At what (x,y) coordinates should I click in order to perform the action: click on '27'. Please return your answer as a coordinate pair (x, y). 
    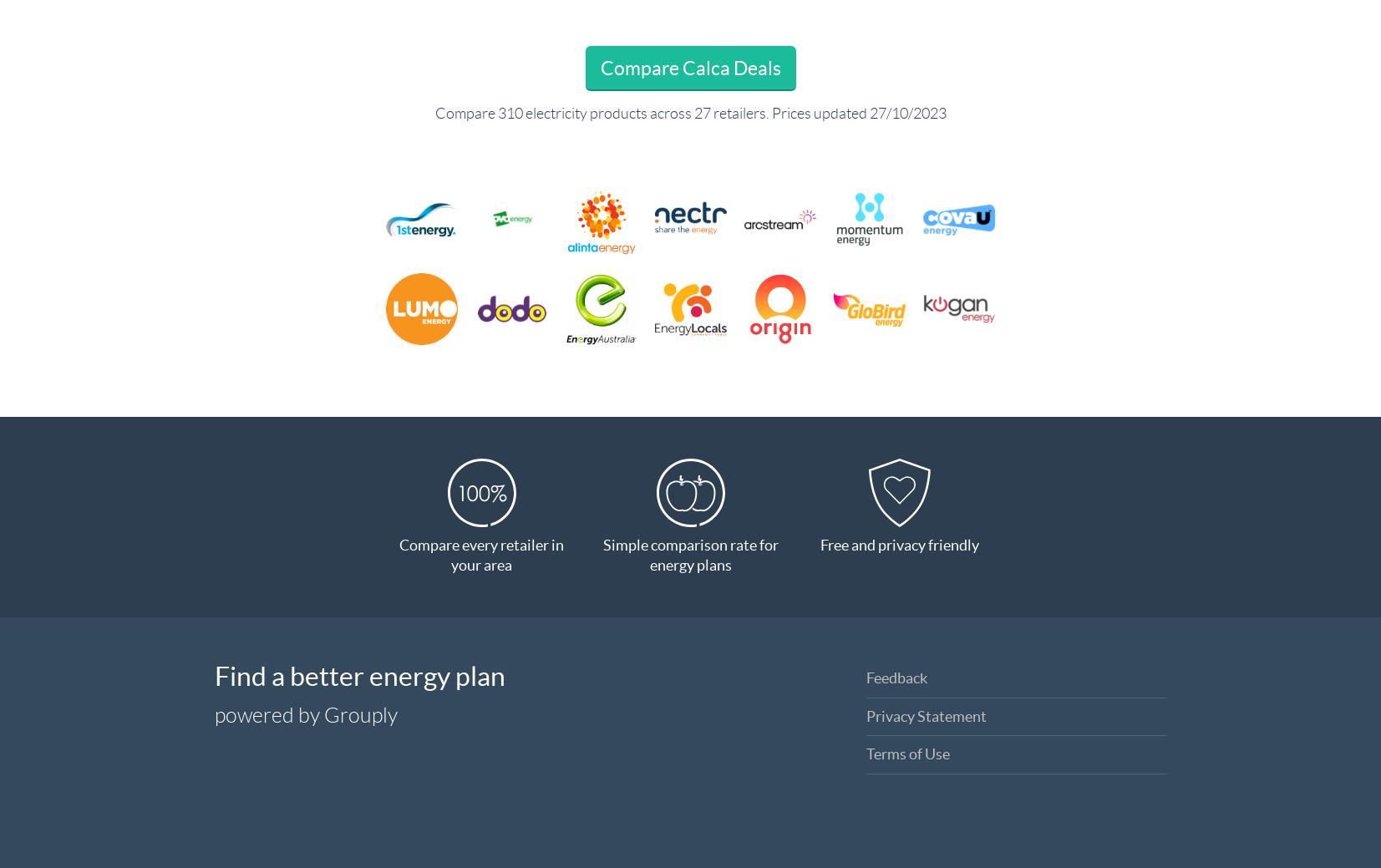
    Looking at the image, I should click on (702, 113).